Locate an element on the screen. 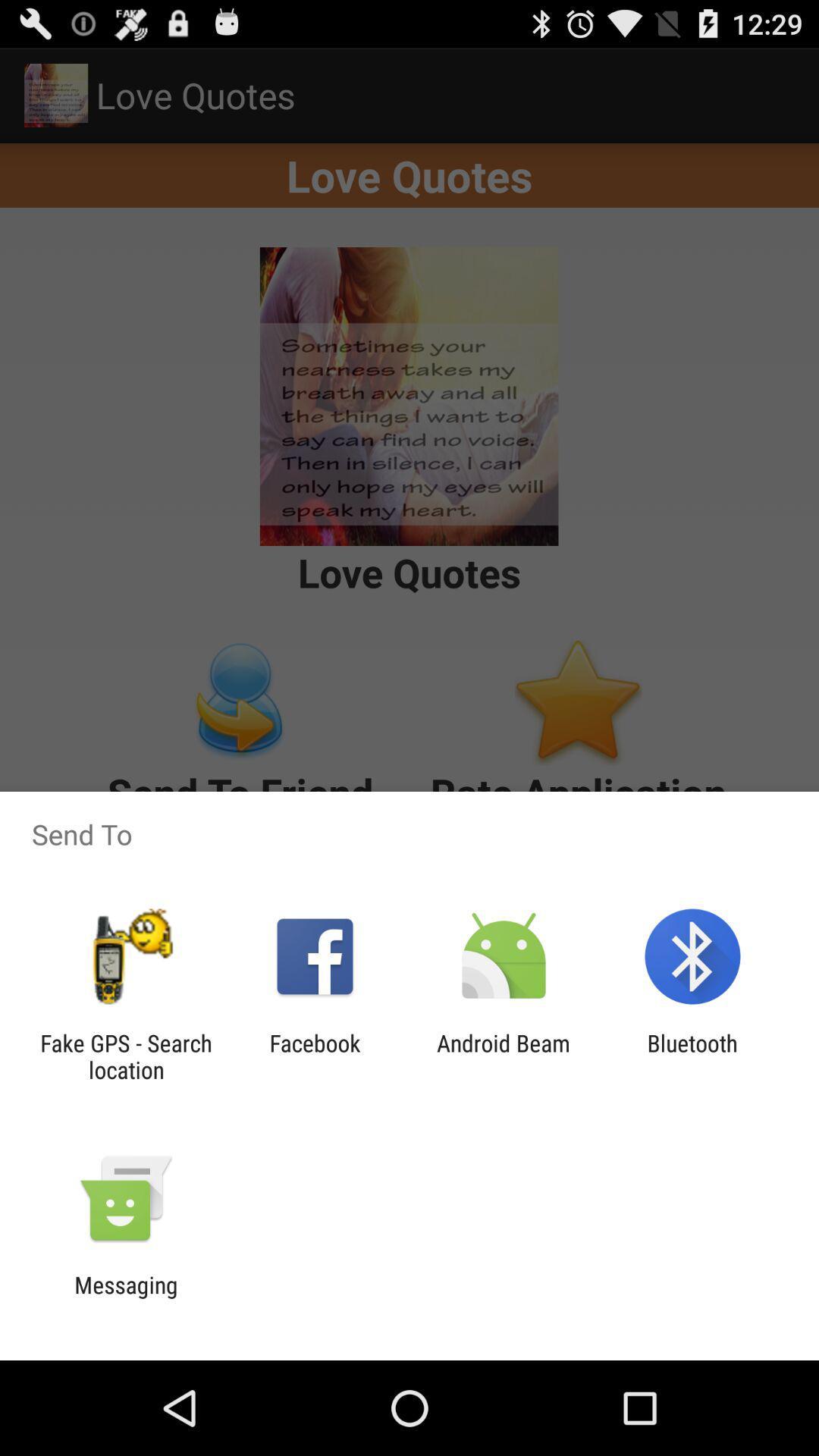 The image size is (819, 1456). icon next to the bluetooth is located at coordinates (504, 1056).